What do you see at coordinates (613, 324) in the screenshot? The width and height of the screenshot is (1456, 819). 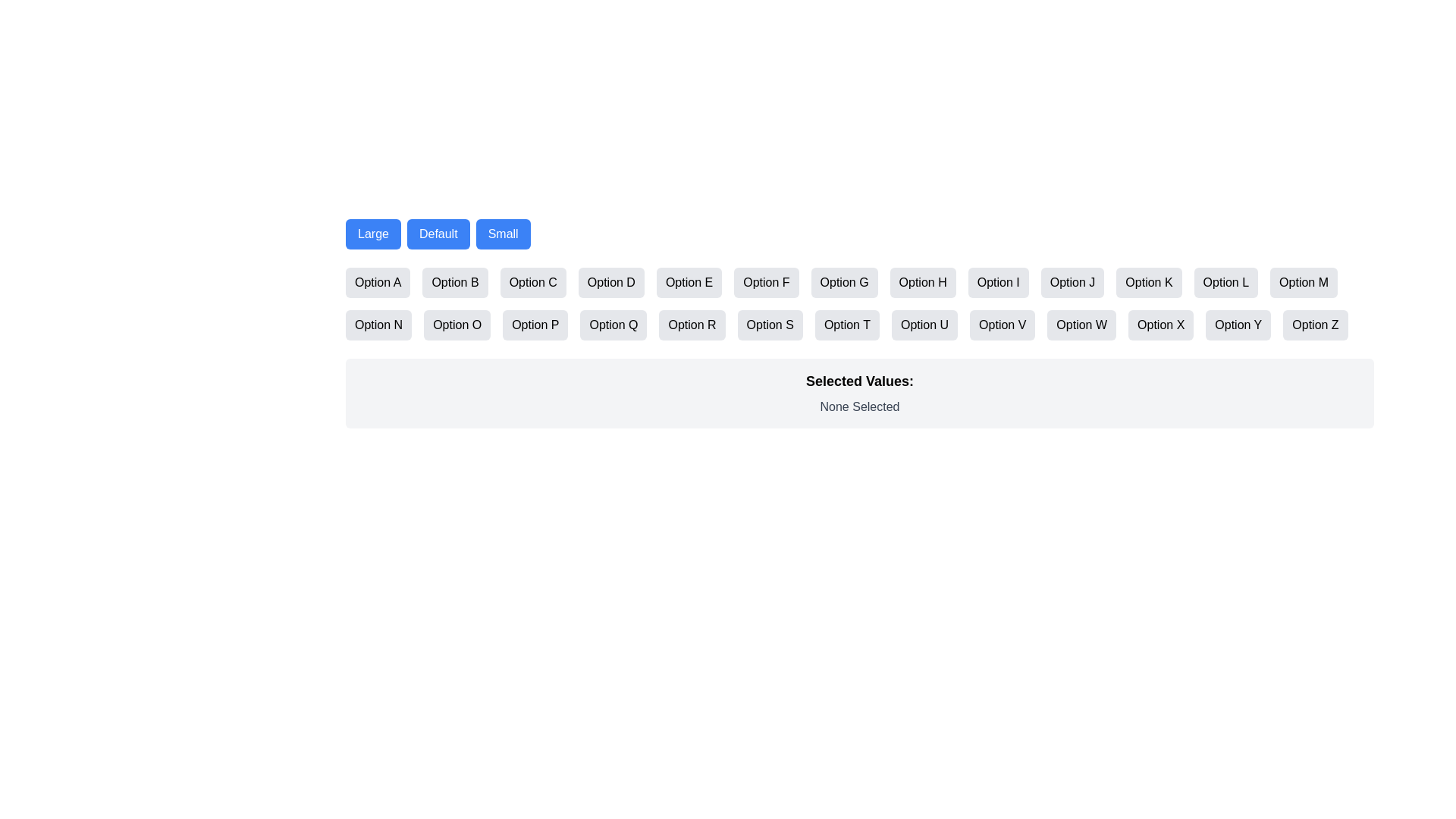 I see `the button labeled 'Option Q', which is the fourth button in the second row of a grid of buttons below blue buttons labeled 'Large', 'Default', and 'Small'` at bounding box center [613, 324].